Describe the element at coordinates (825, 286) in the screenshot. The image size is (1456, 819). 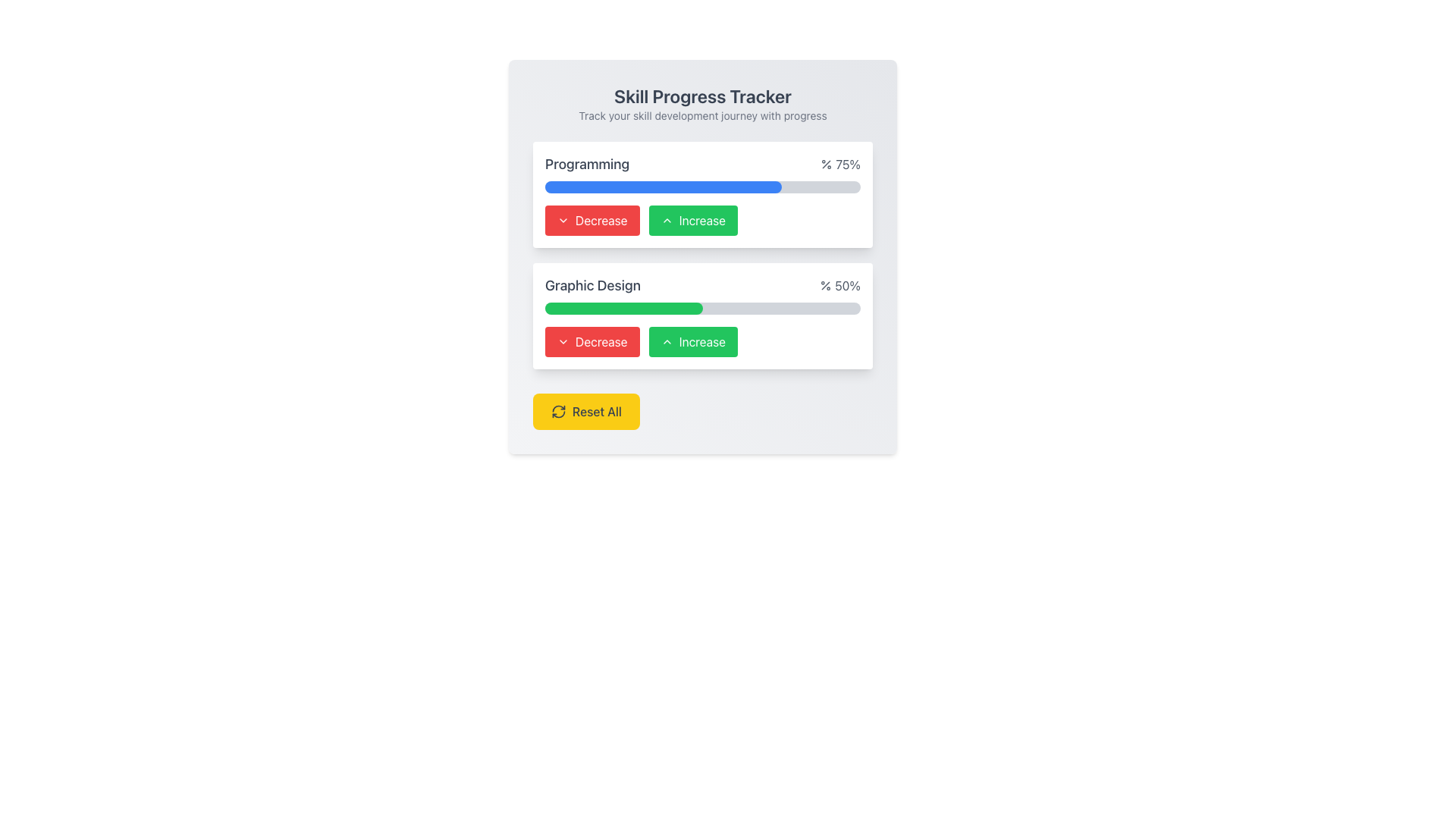
I see `the percentage icon located to the left of the '50%' text in the 'Graphic Design' section, which visually represents a percentage symbol` at that location.